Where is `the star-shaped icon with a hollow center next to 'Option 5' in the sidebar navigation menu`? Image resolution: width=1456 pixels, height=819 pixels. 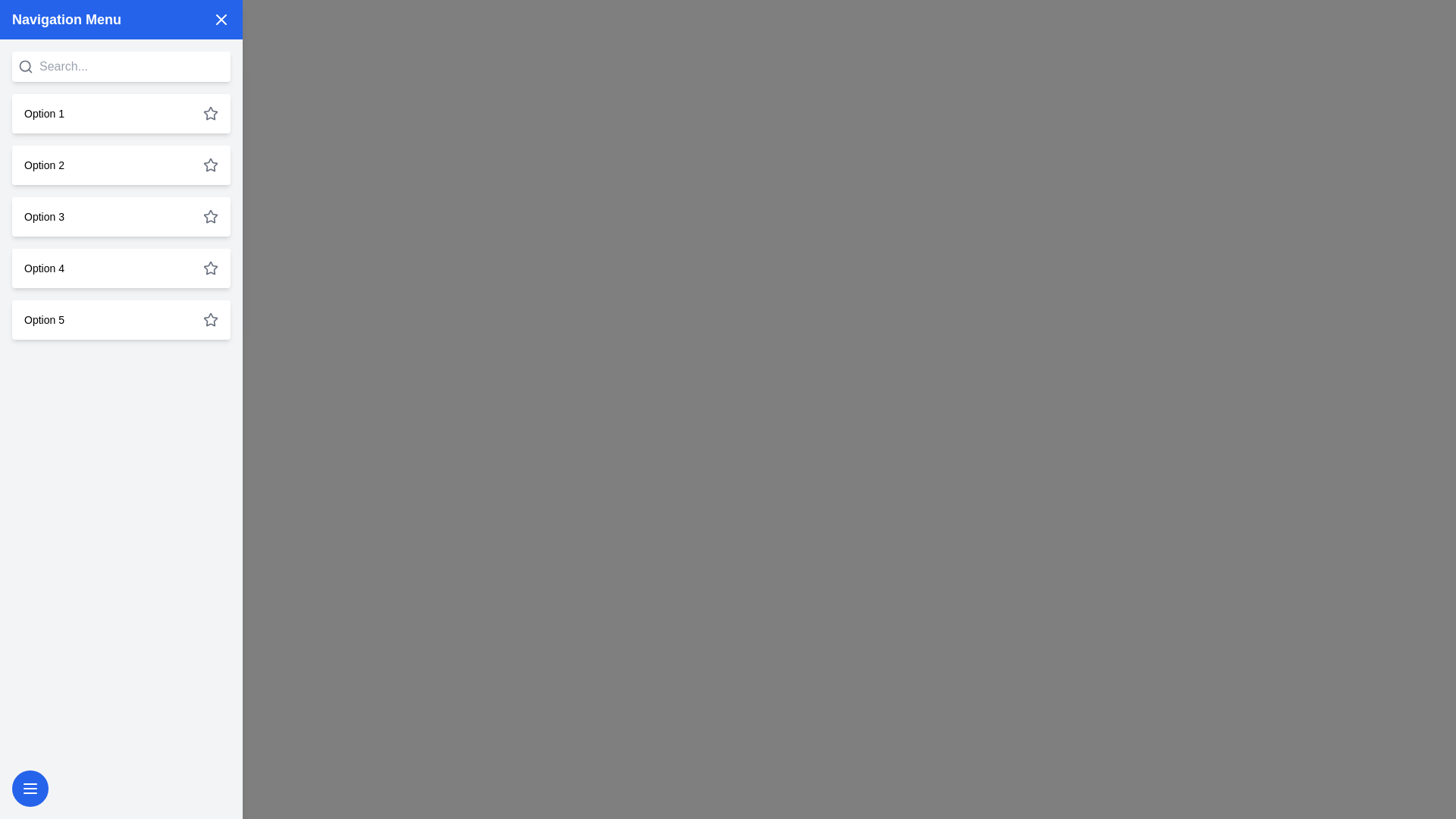
the star-shaped icon with a hollow center next to 'Option 5' in the sidebar navigation menu is located at coordinates (210, 318).